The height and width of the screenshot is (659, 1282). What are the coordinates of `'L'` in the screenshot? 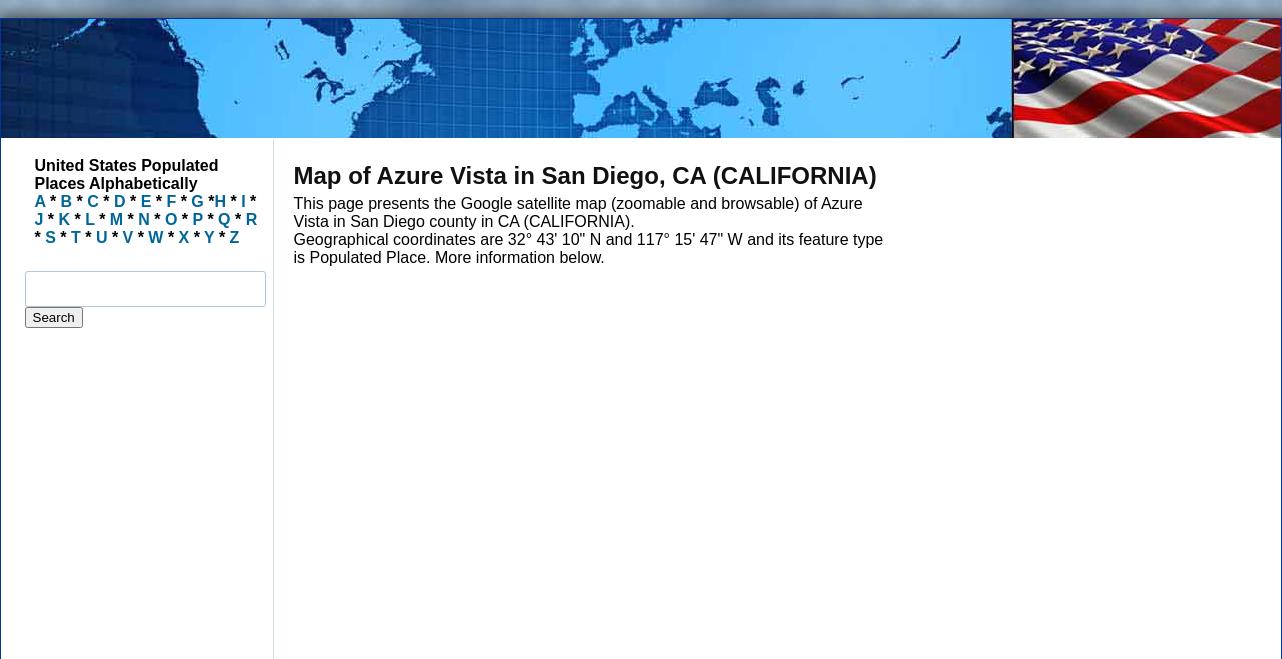 It's located at (89, 219).